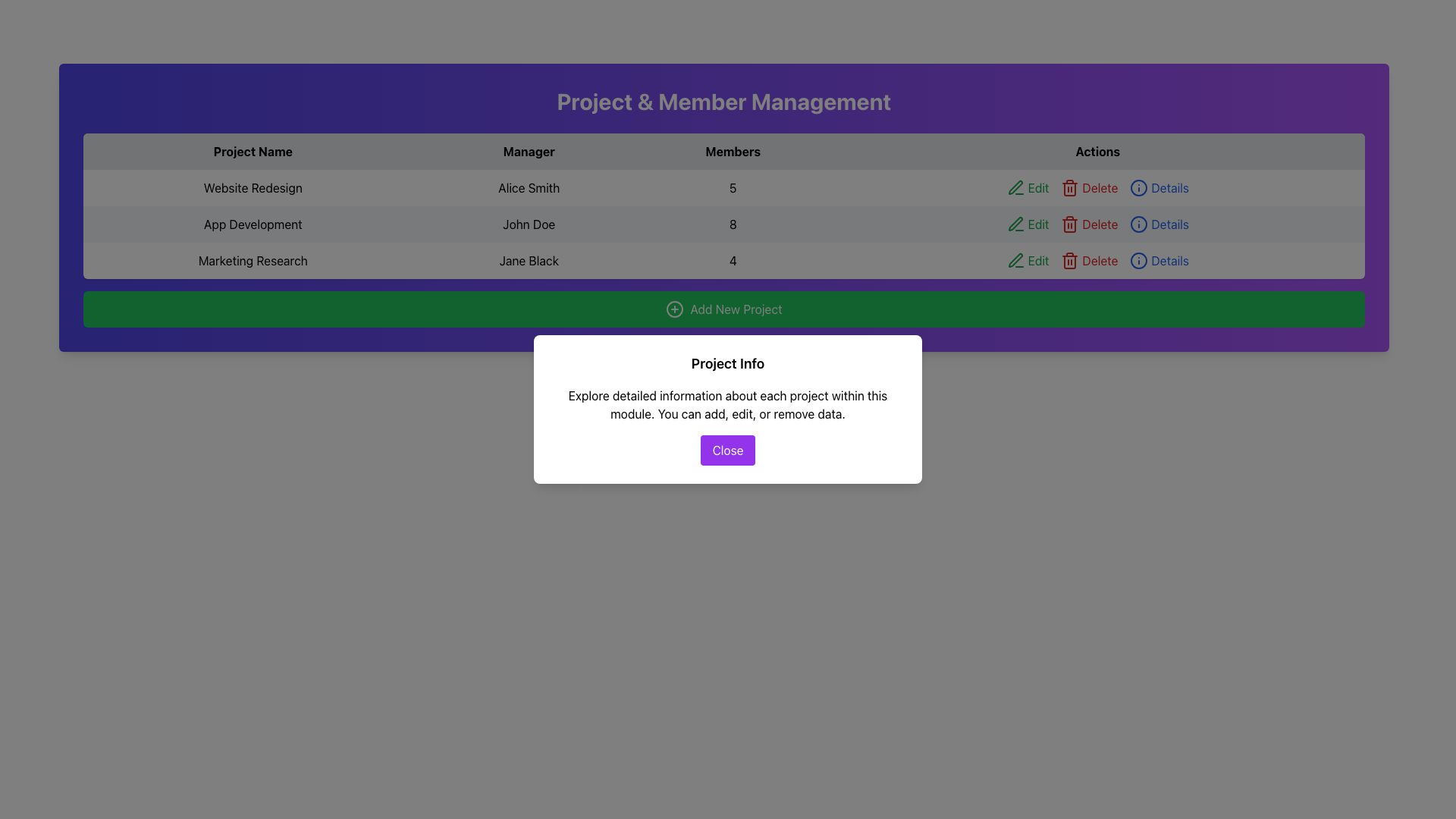 The width and height of the screenshot is (1456, 819). Describe the element at coordinates (1015, 186) in the screenshot. I see `the green pencil icon in the 'Actions' column of the third row to initiate the edit action` at that location.